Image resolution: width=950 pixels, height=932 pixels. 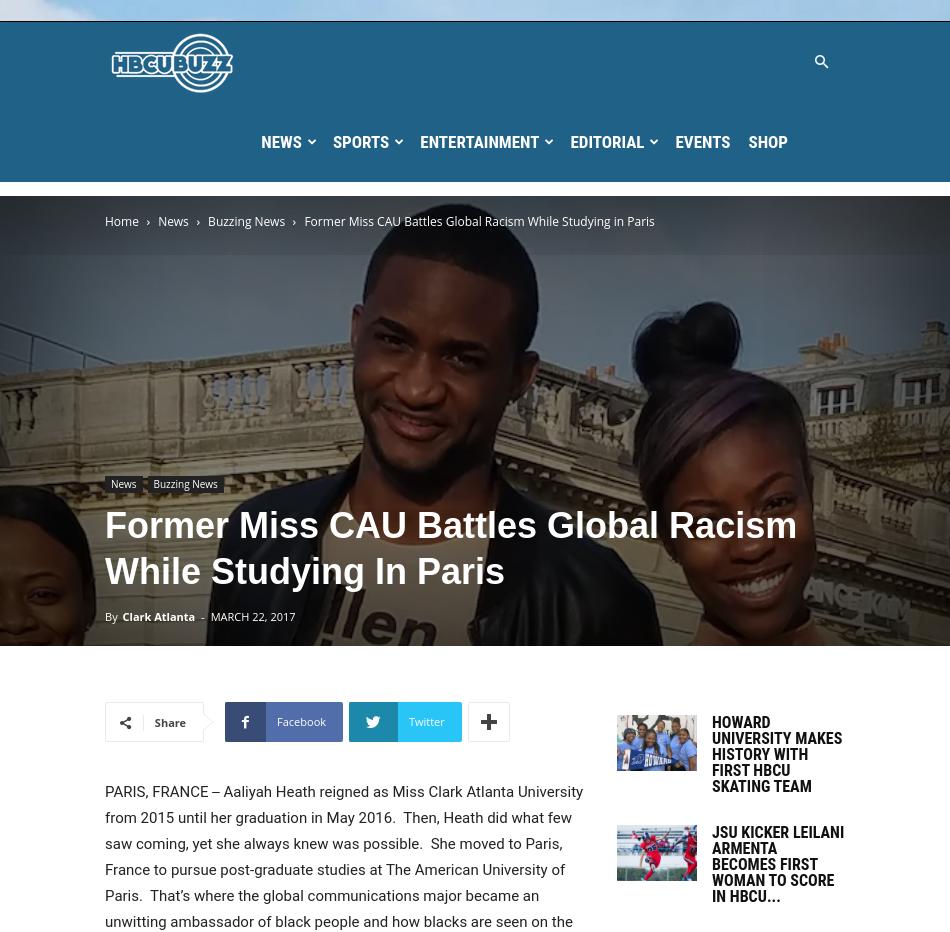 I want to click on 'Facebook', so click(x=300, y=720).